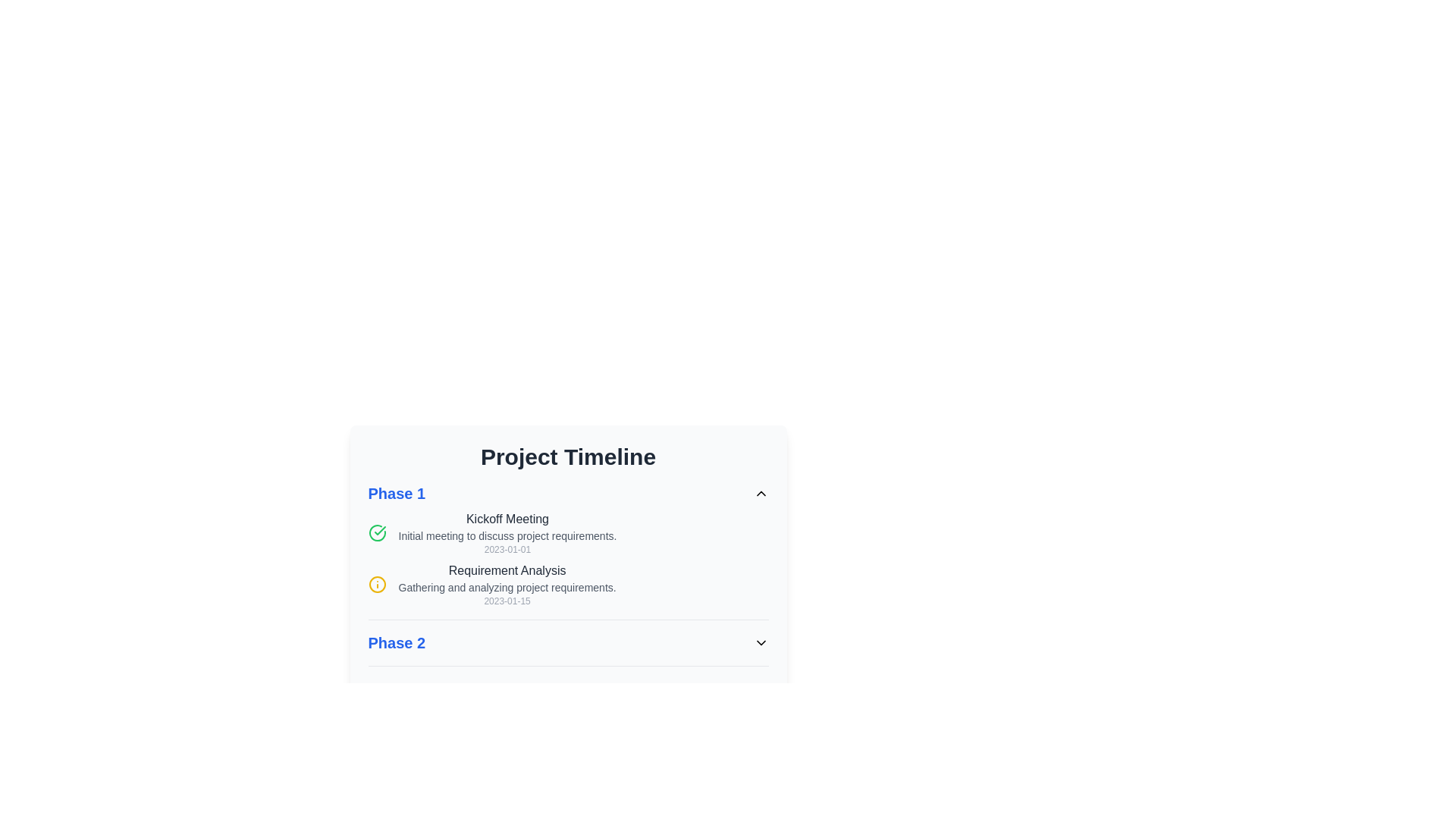 This screenshot has height=819, width=1456. Describe the element at coordinates (761, 494) in the screenshot. I see `the downward-pointing chevron icon toggle button located at the far right of the 'Phase 1' section's header` at that location.